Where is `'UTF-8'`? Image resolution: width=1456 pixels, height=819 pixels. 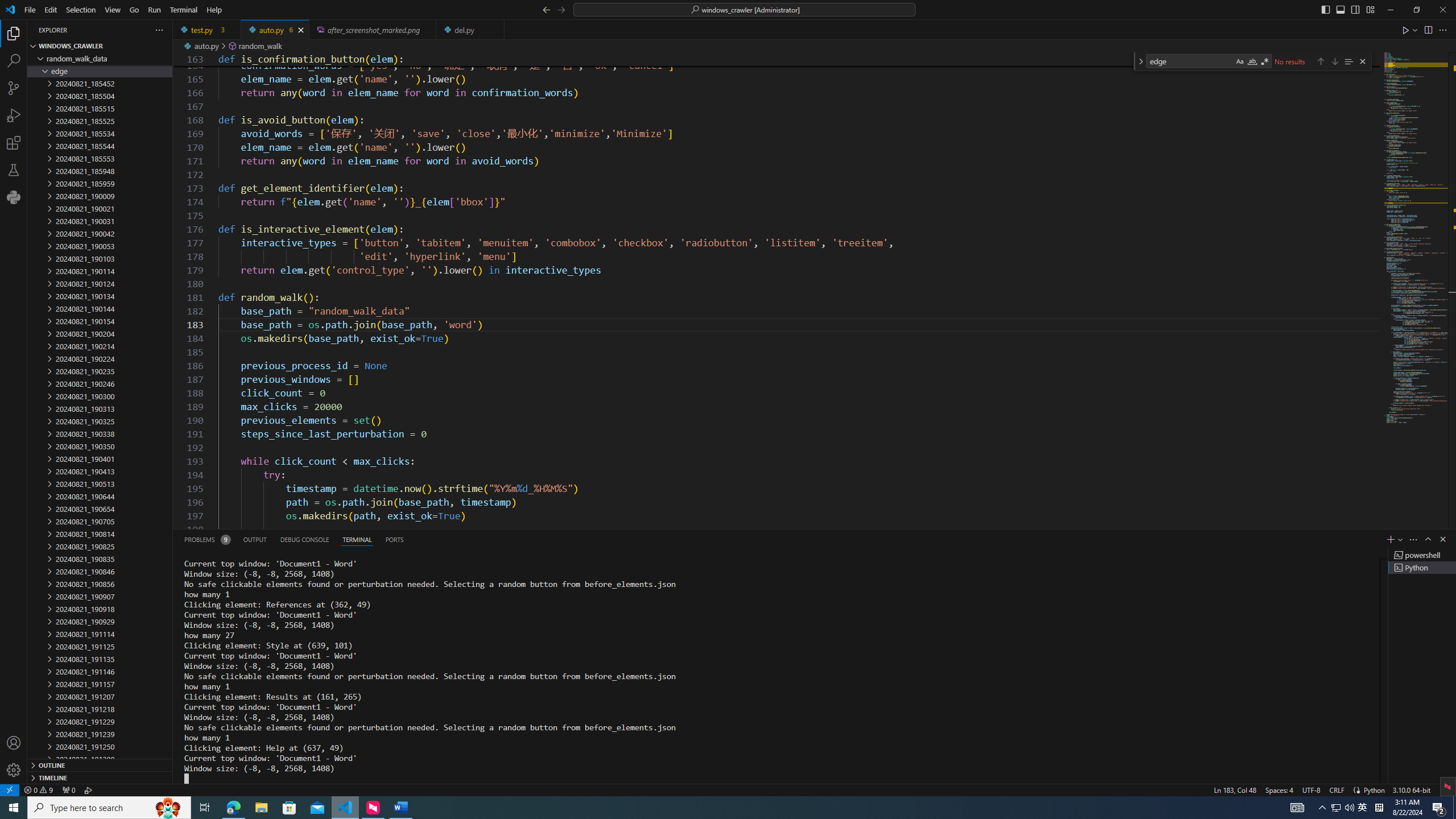 'UTF-8' is located at coordinates (1310, 789).